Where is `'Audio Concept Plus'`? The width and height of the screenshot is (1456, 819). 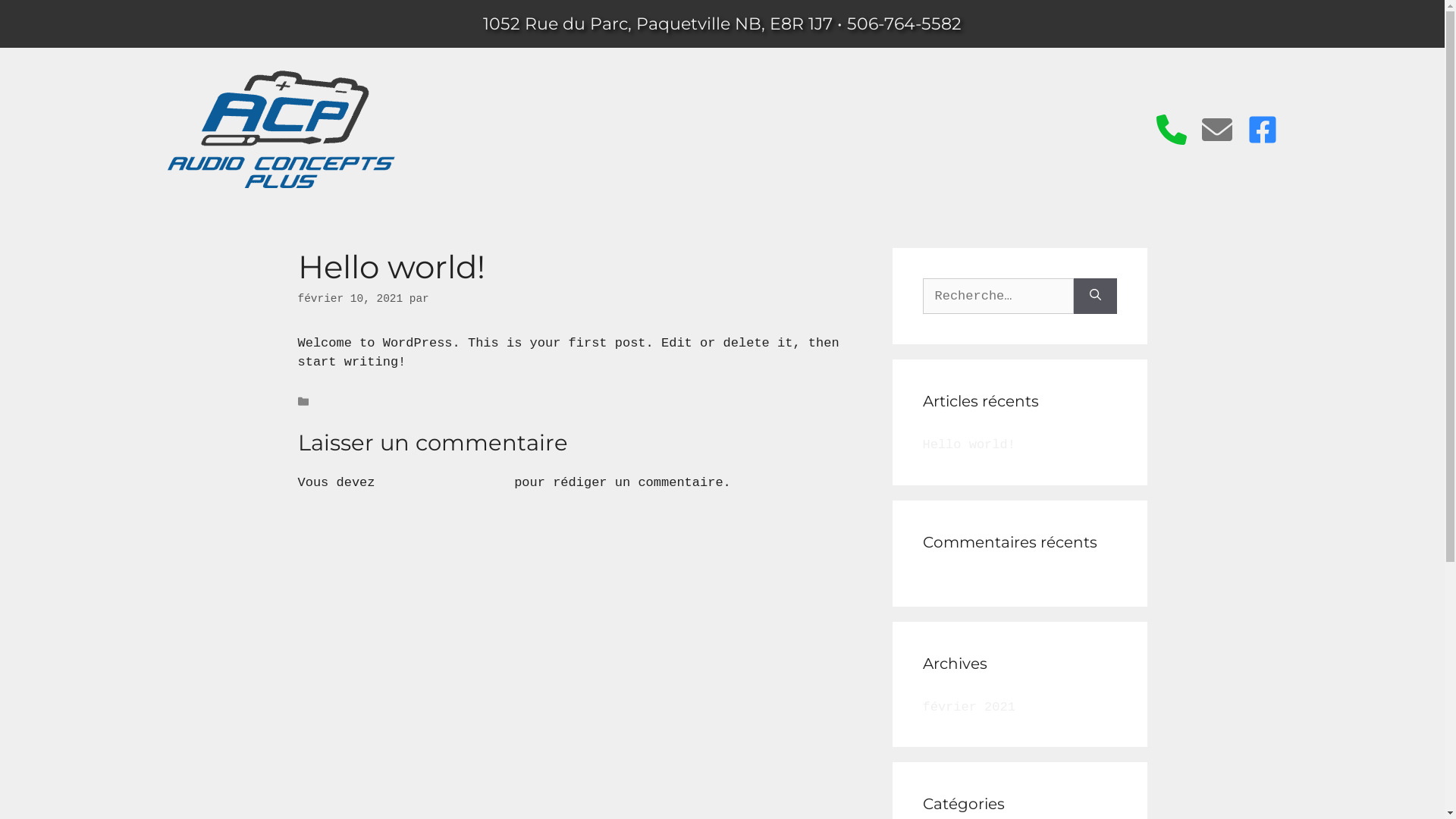
'Audio Concept Plus' is located at coordinates (167, 184).